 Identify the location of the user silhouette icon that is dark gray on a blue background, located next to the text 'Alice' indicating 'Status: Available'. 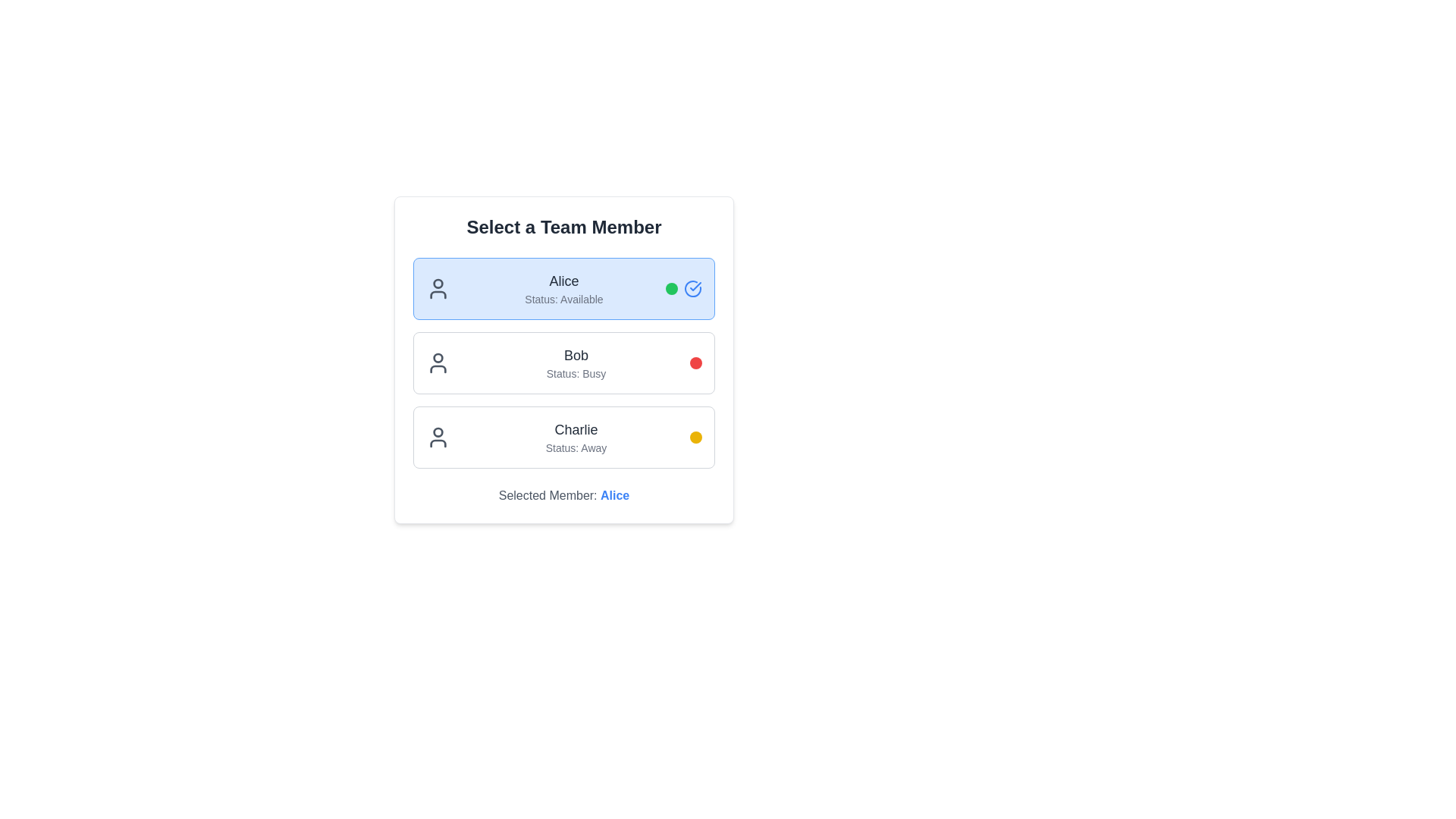
(437, 289).